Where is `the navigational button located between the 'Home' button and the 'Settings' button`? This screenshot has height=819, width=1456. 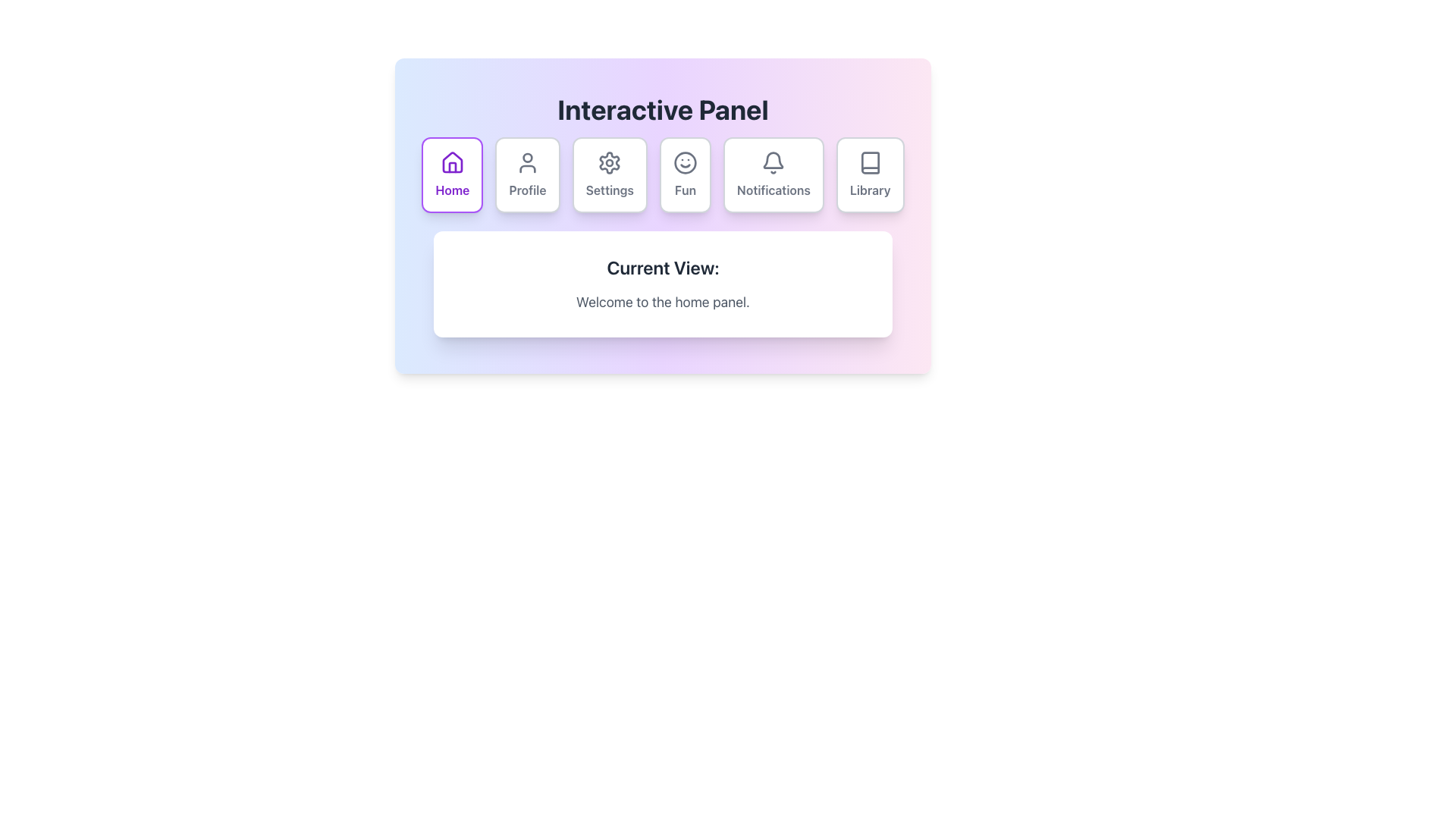 the navigational button located between the 'Home' button and the 'Settings' button is located at coordinates (528, 174).